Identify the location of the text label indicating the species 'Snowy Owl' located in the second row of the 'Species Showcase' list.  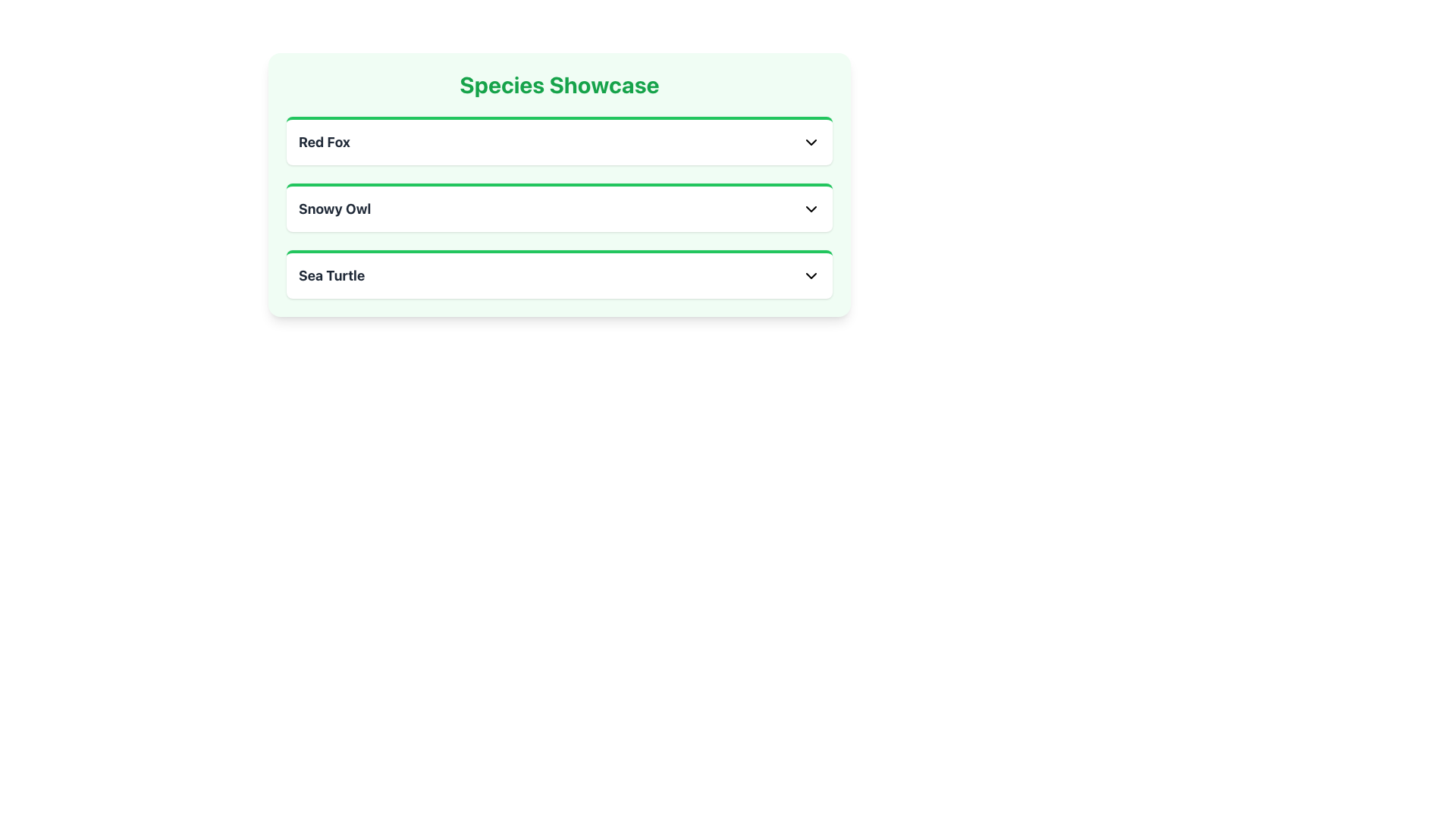
(334, 209).